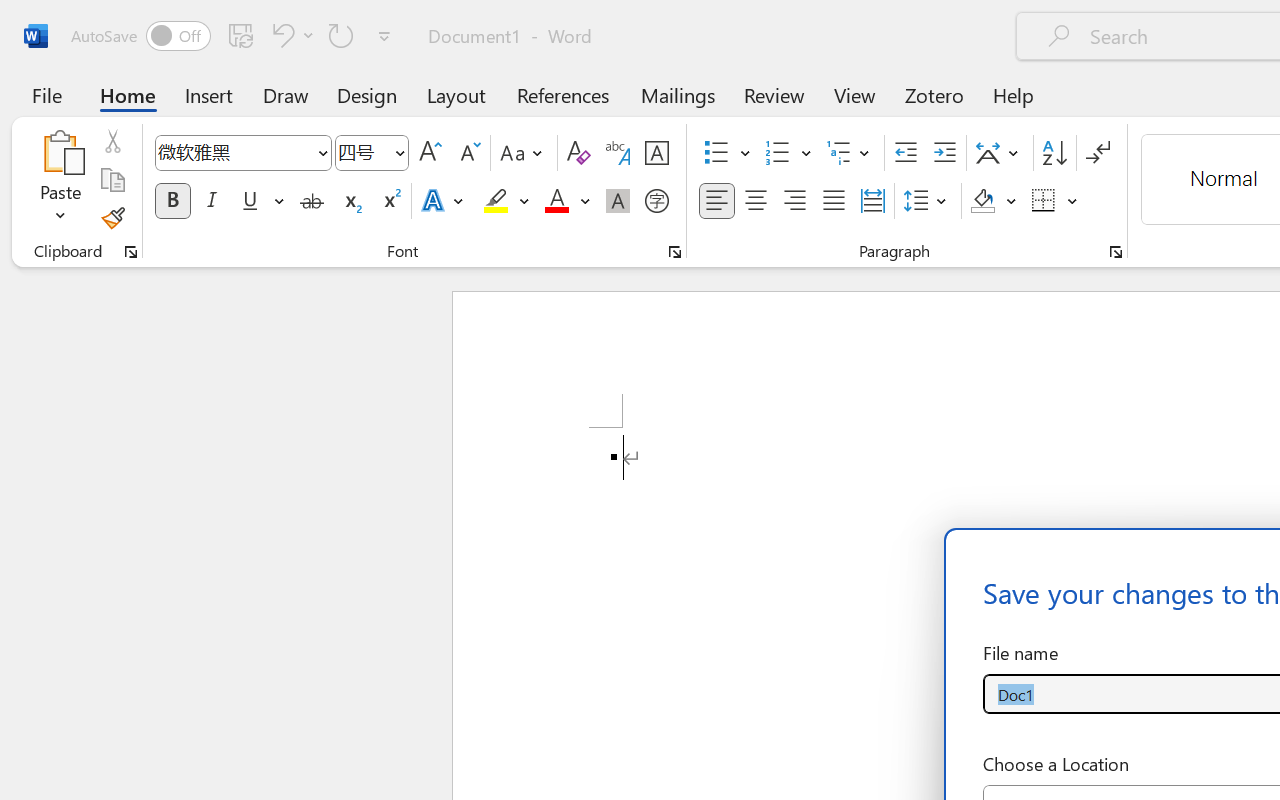 The height and width of the screenshot is (800, 1280). Describe the element at coordinates (289, 34) in the screenshot. I see `'Undo <ApplyStyleToDoc>b__0'` at that location.